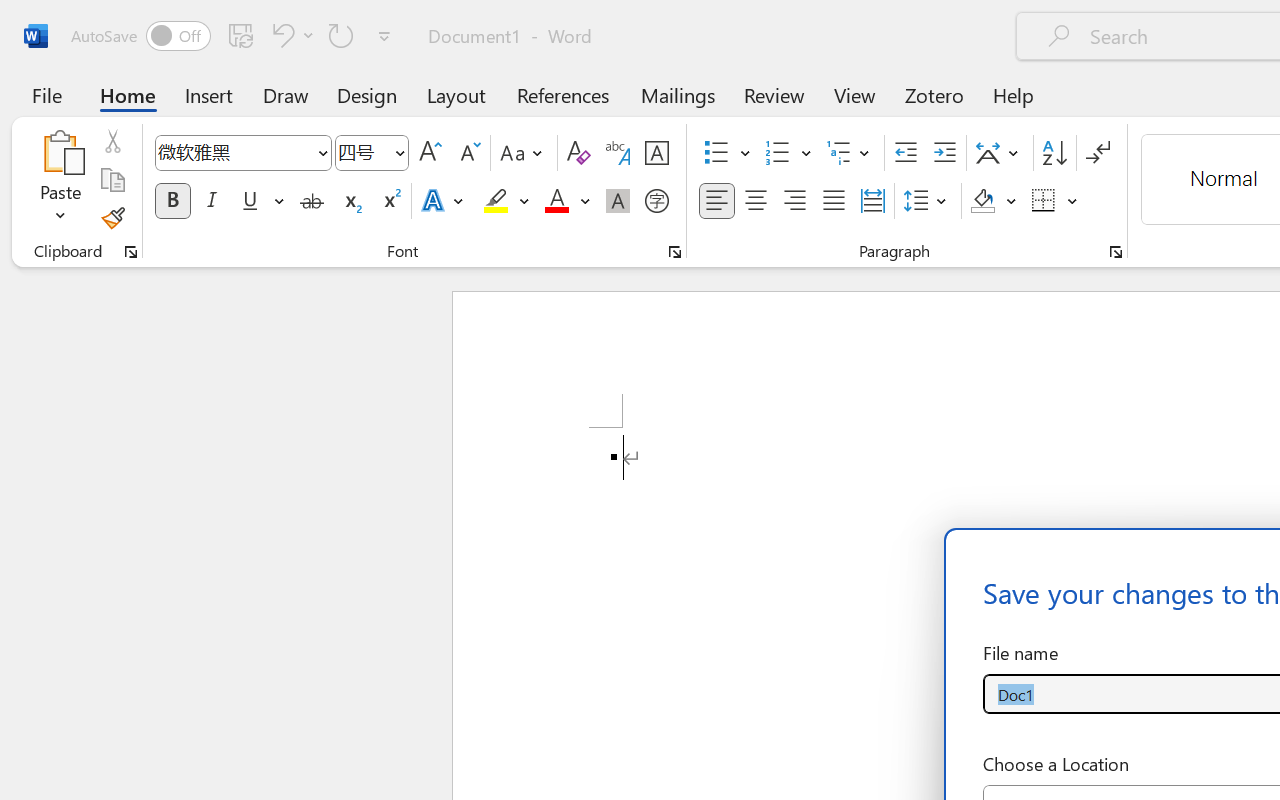 The height and width of the screenshot is (800, 1280). Describe the element at coordinates (289, 34) in the screenshot. I see `'Undo <ApplyStyleToDoc>b__0'` at that location.